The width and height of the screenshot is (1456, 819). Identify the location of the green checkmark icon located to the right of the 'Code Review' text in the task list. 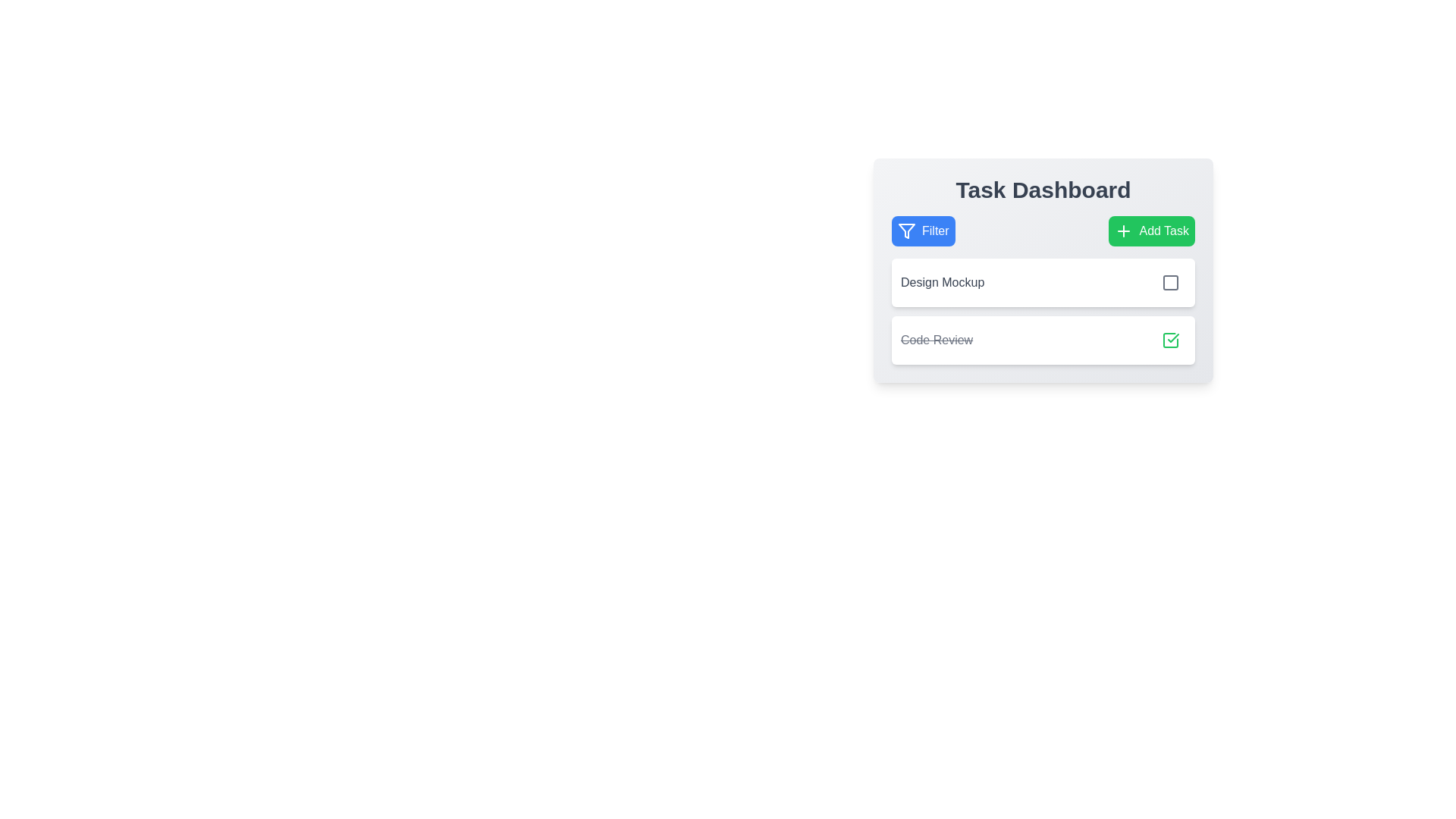
(1172, 337).